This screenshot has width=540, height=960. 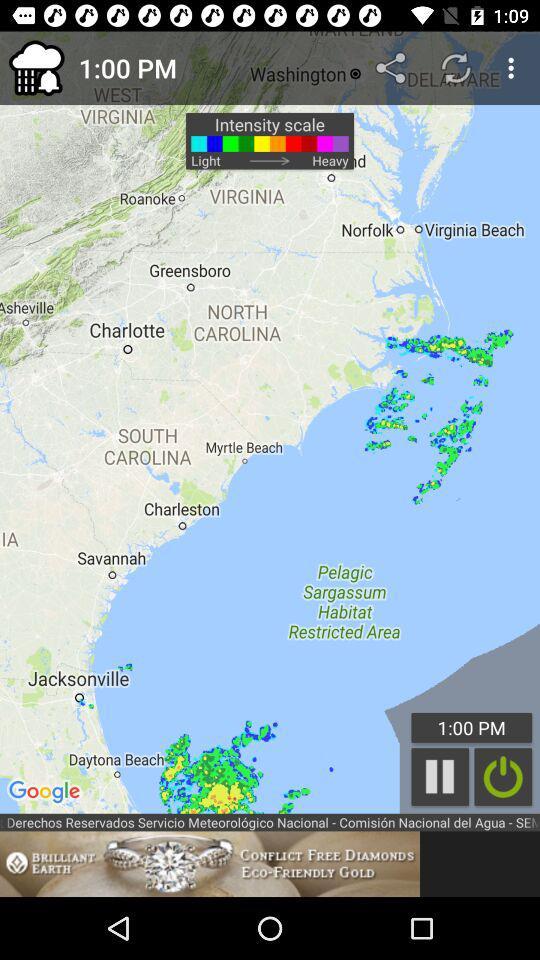 What do you see at coordinates (502, 776) in the screenshot?
I see `the icon above the national weather service item` at bounding box center [502, 776].